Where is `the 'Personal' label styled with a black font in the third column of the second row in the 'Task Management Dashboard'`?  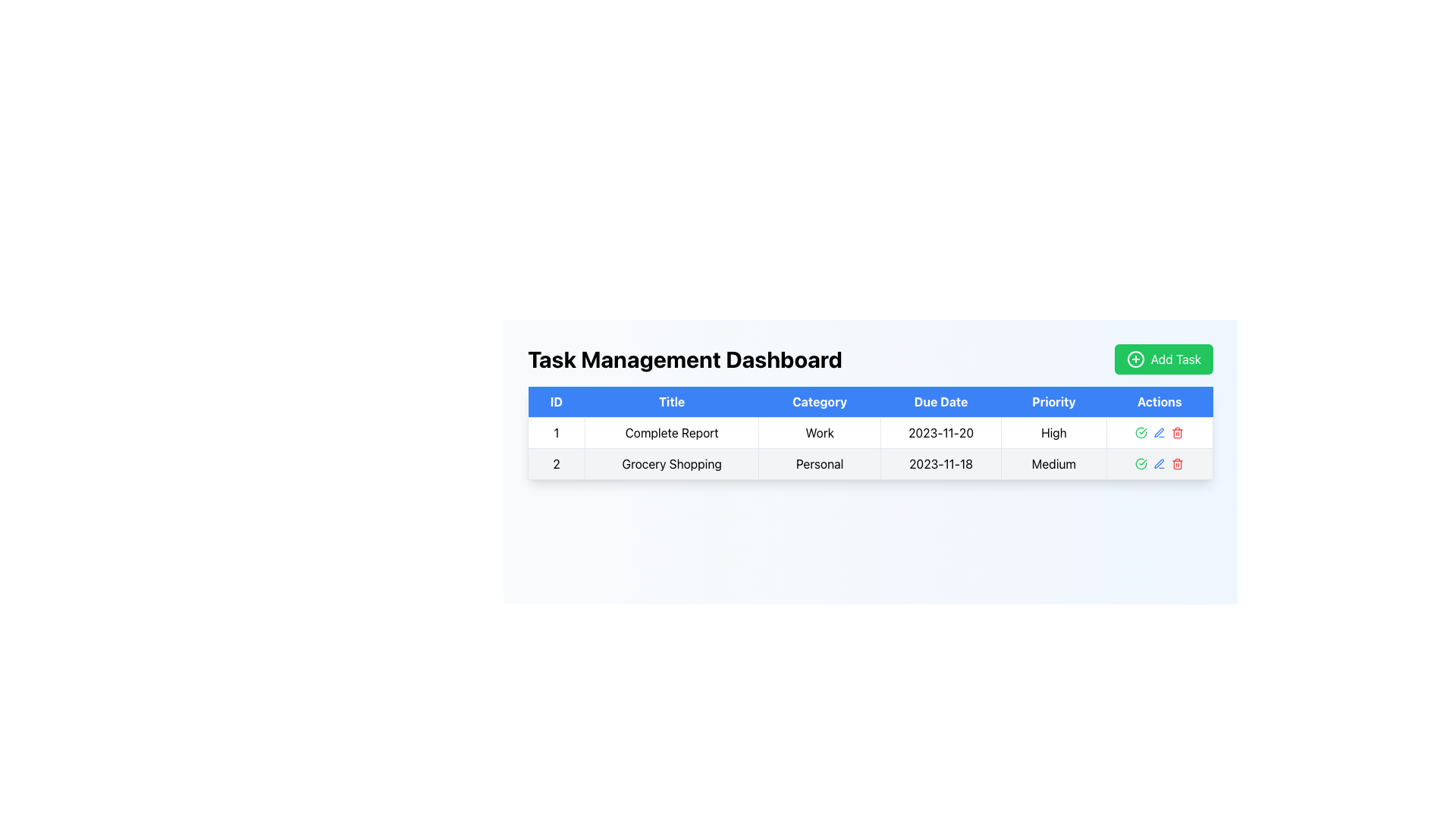 the 'Personal' label styled with a black font in the third column of the second row in the 'Task Management Dashboard' is located at coordinates (819, 463).